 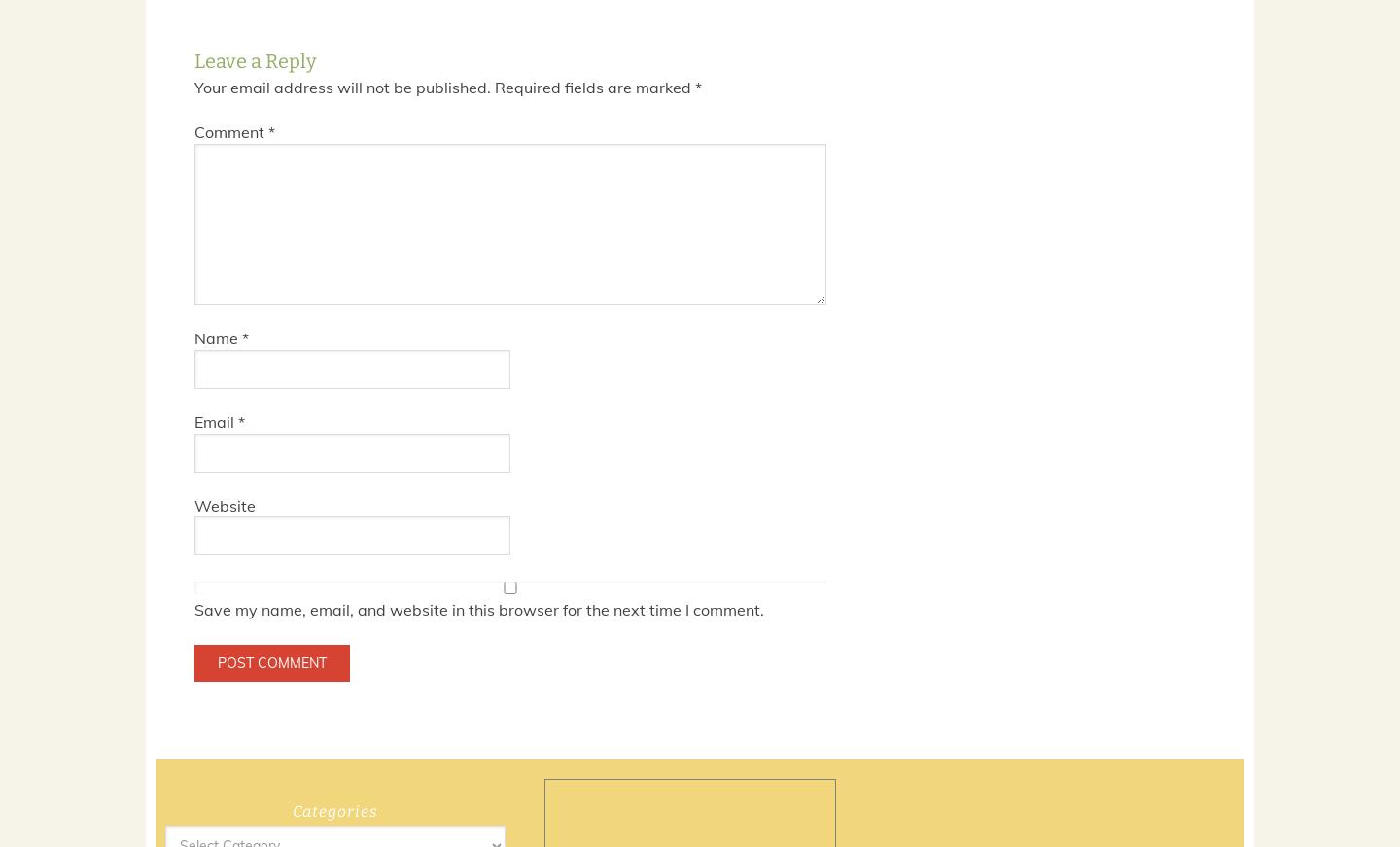 What do you see at coordinates (335, 811) in the screenshot?
I see `'Categories'` at bounding box center [335, 811].